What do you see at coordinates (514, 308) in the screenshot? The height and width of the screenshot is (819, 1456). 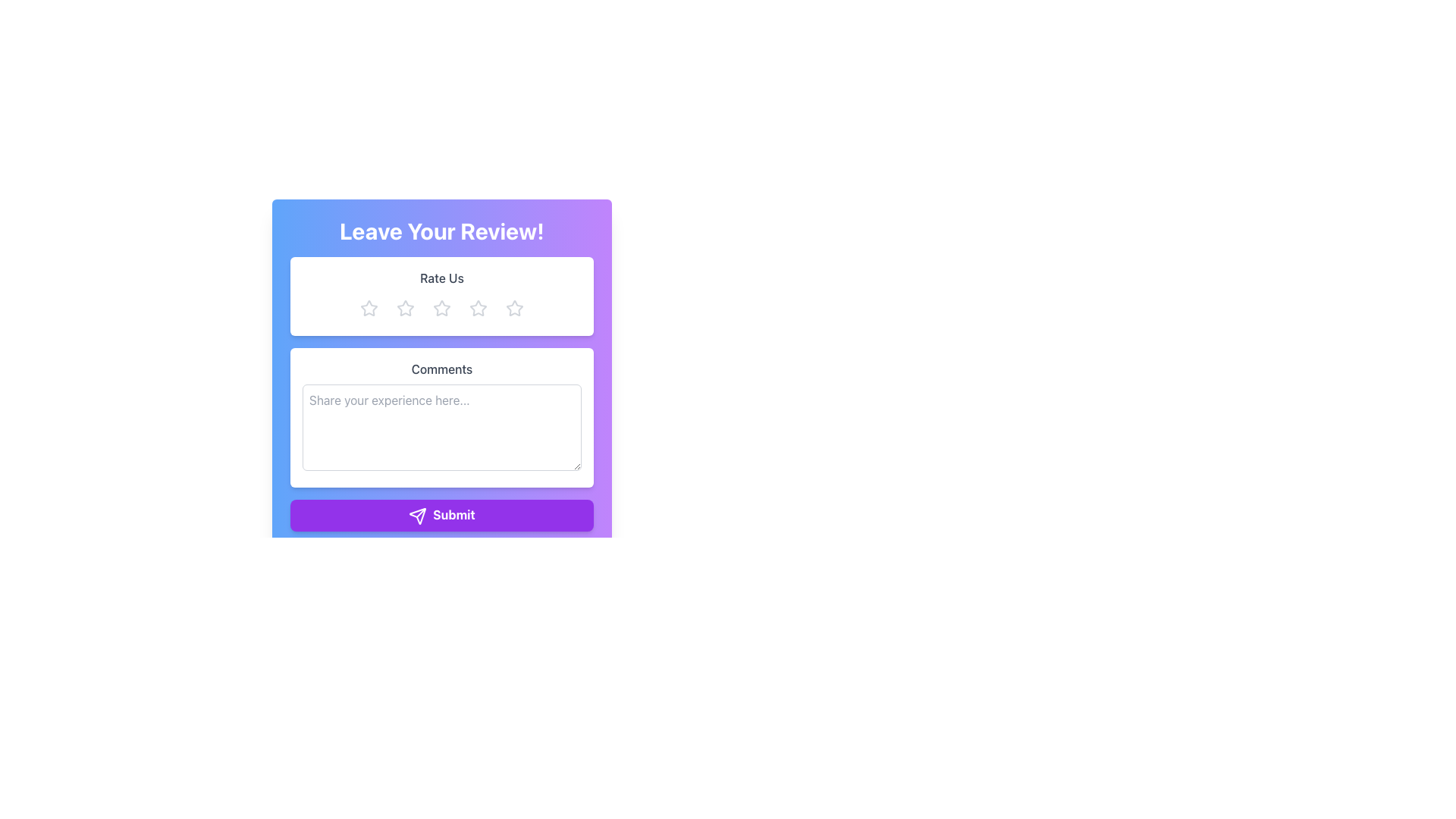 I see `the fifth star icon in the rating stars row to assign a five-star rating` at bounding box center [514, 308].